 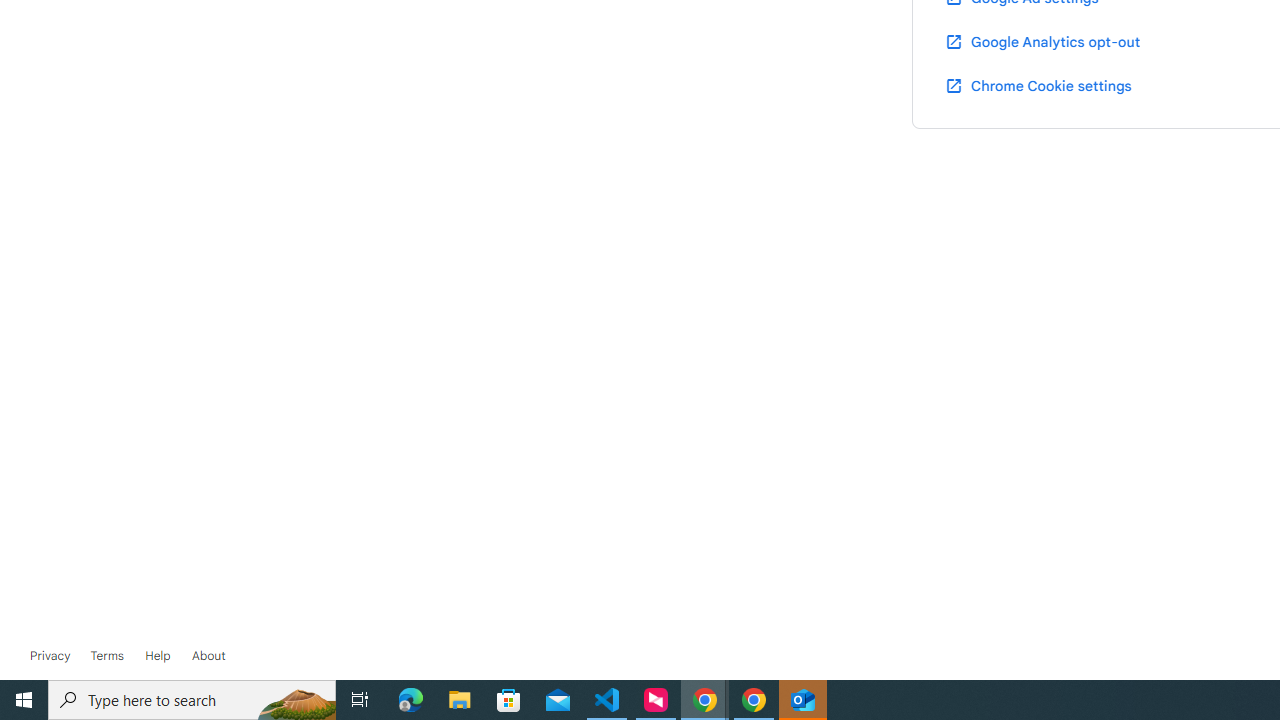 I want to click on 'Google Analytics opt-out', so click(x=1040, y=41).